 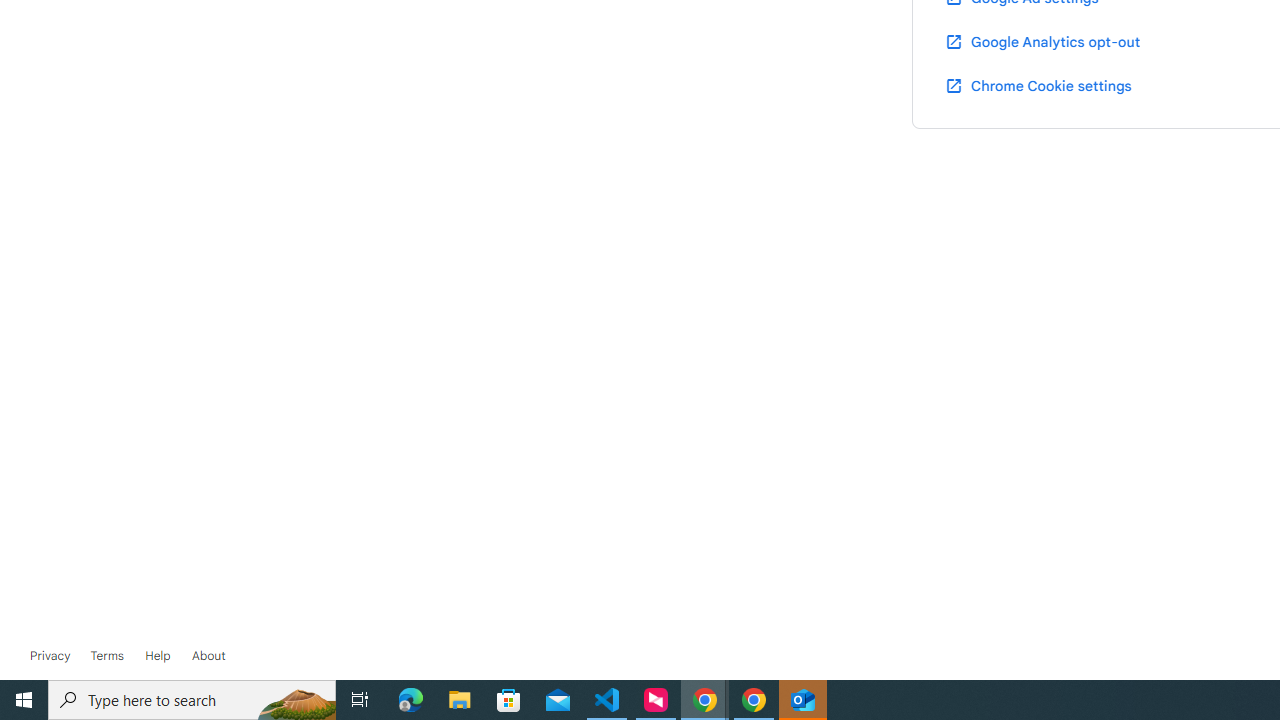 I want to click on 'Google Analytics opt-out', so click(x=1040, y=41).